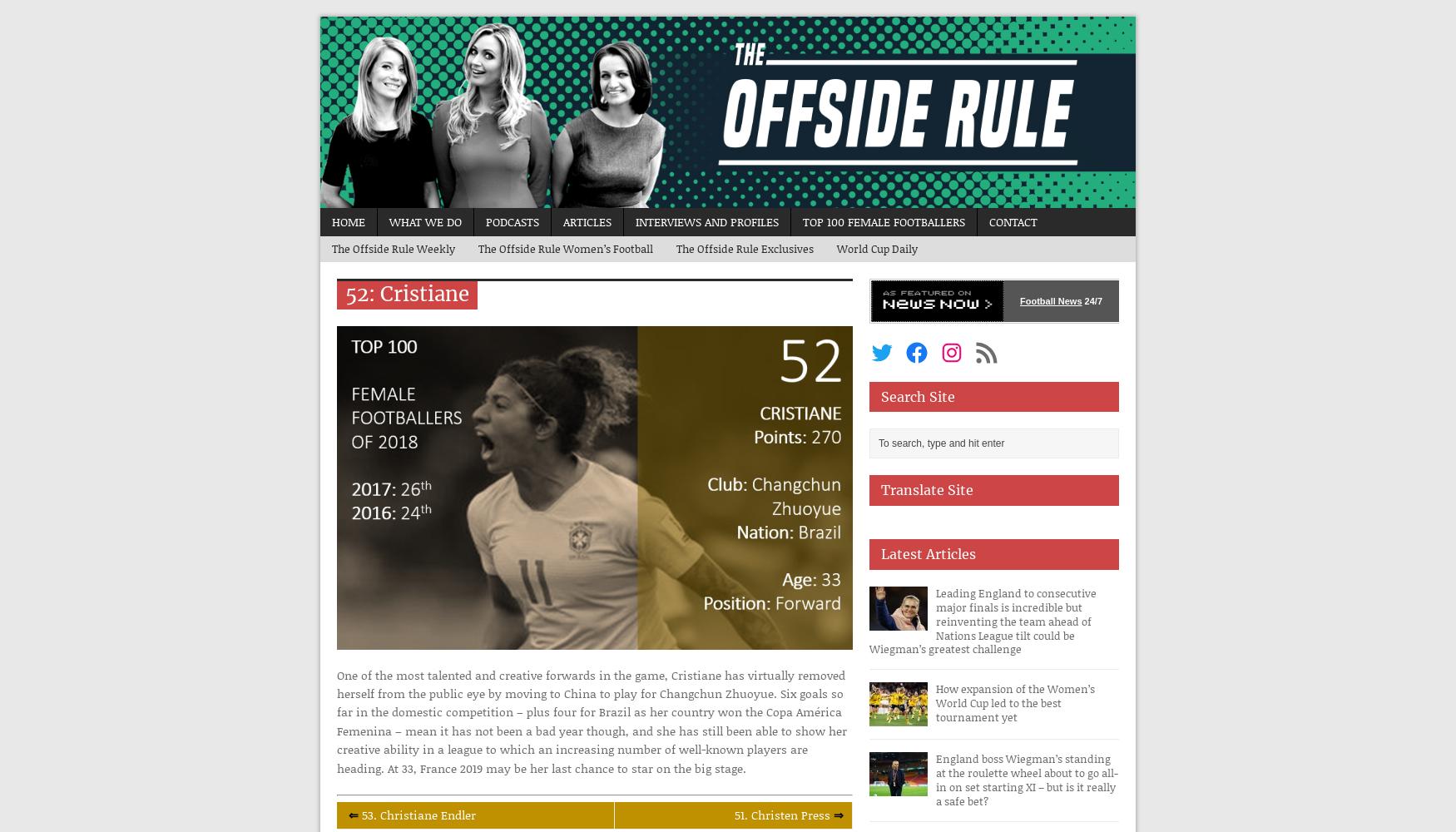  I want to click on 'Football News', so click(1049, 300).